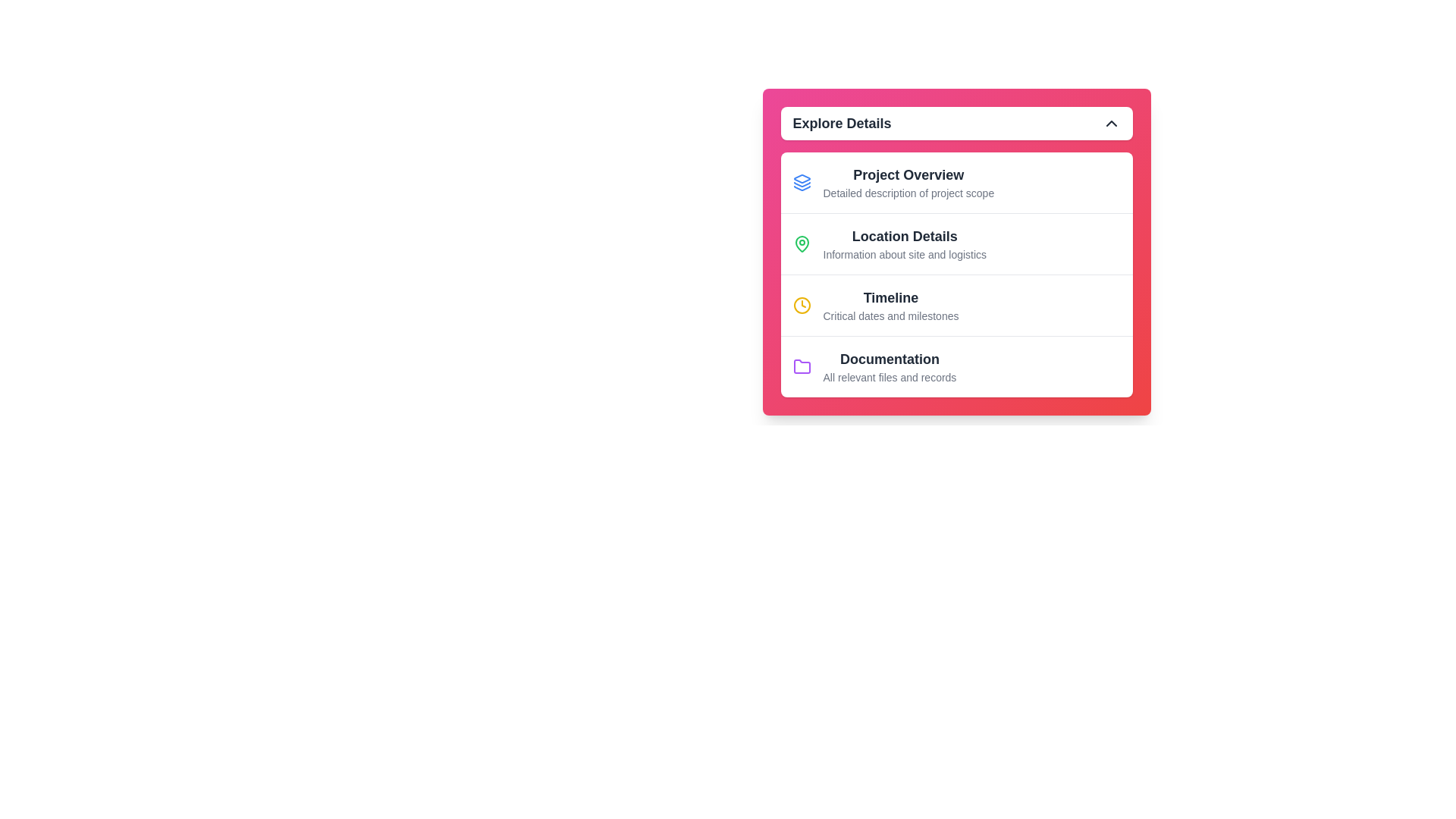 This screenshot has height=819, width=1456. I want to click on the 'Timeline' icon, which is located to the left of the text 'Timeline' as the third item in the list, so click(801, 305).